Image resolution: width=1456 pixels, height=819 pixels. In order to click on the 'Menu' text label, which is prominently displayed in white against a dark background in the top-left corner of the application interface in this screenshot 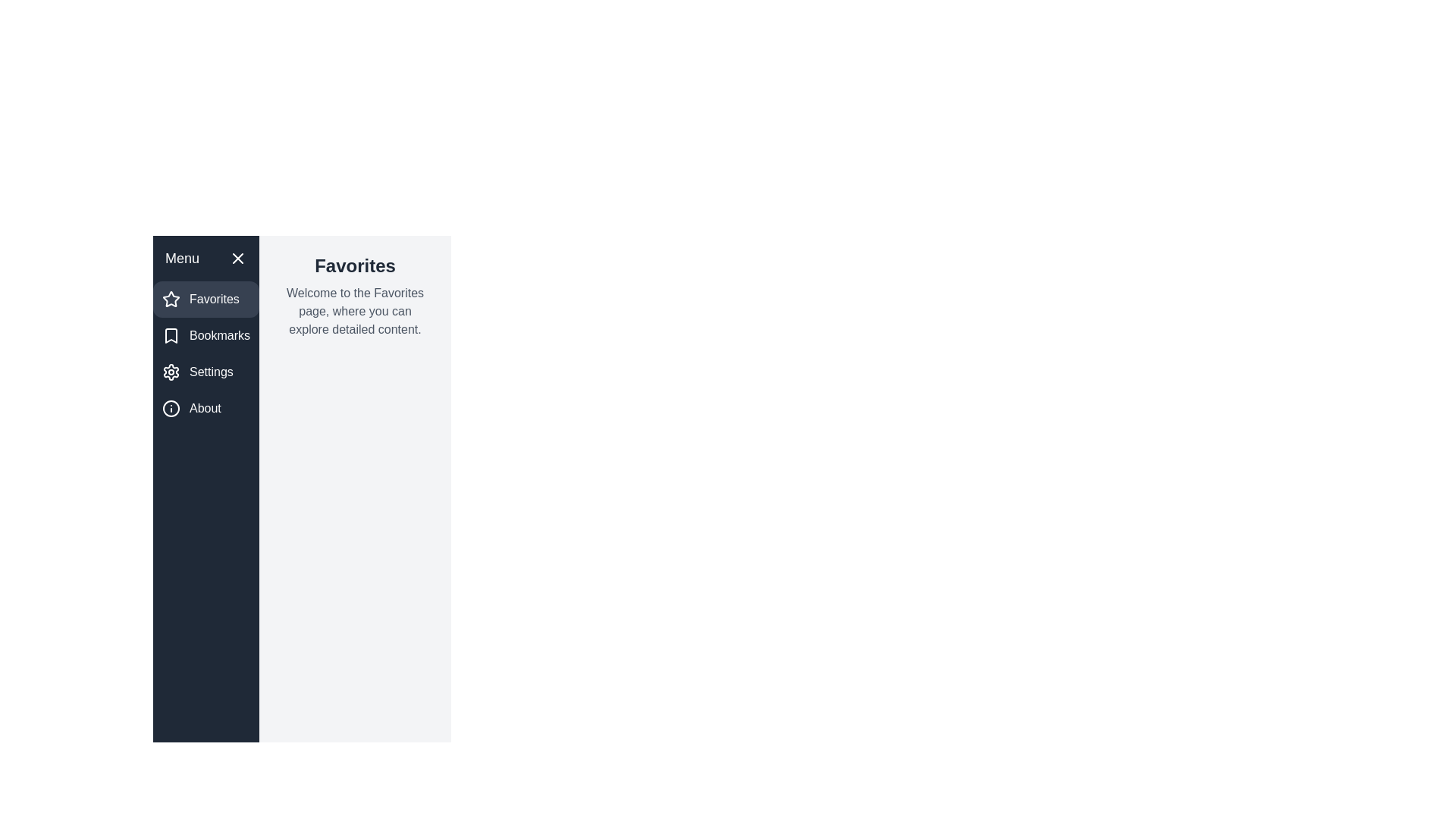, I will do `click(182, 257)`.